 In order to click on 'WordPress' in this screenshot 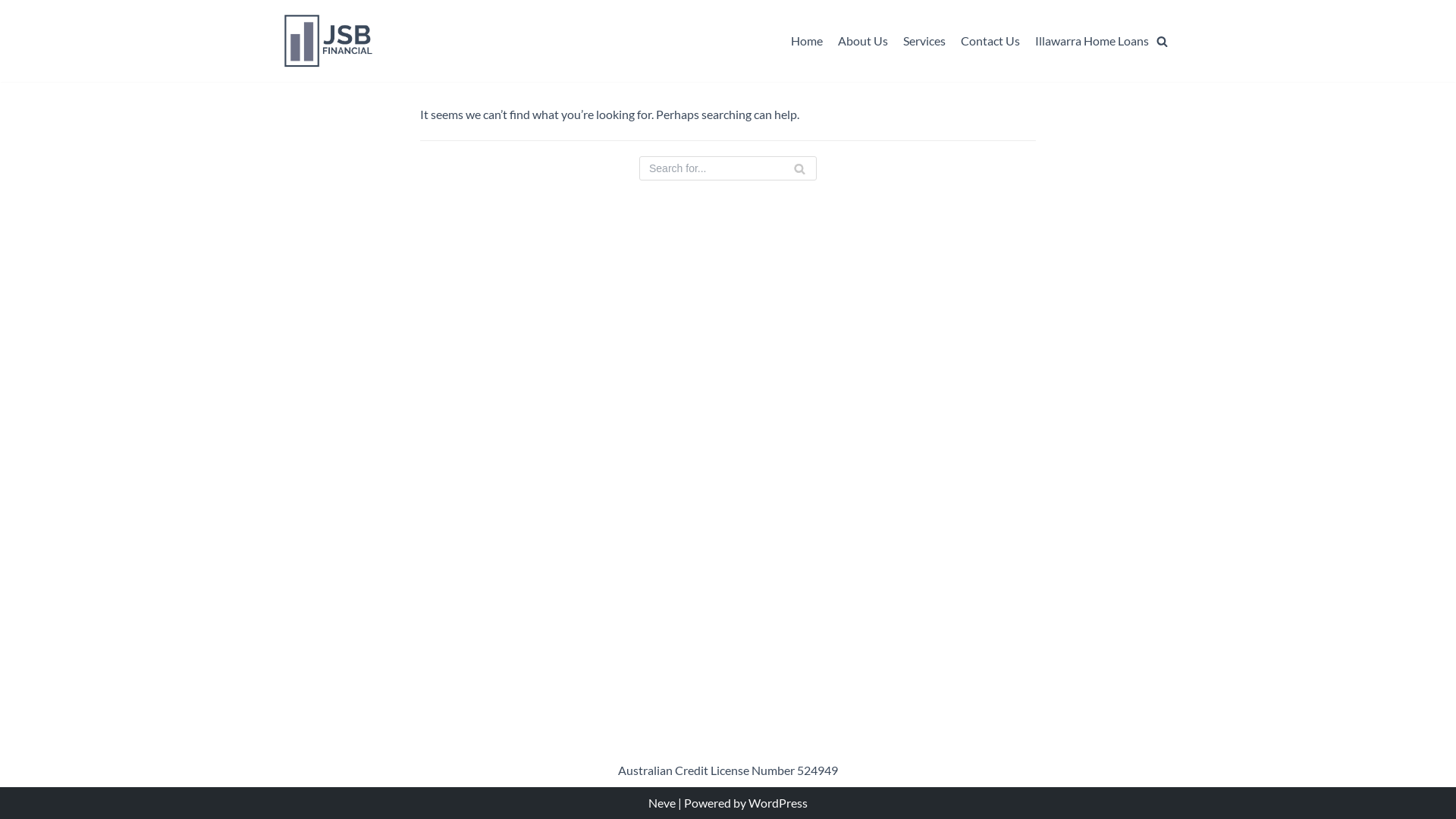, I will do `click(778, 802)`.